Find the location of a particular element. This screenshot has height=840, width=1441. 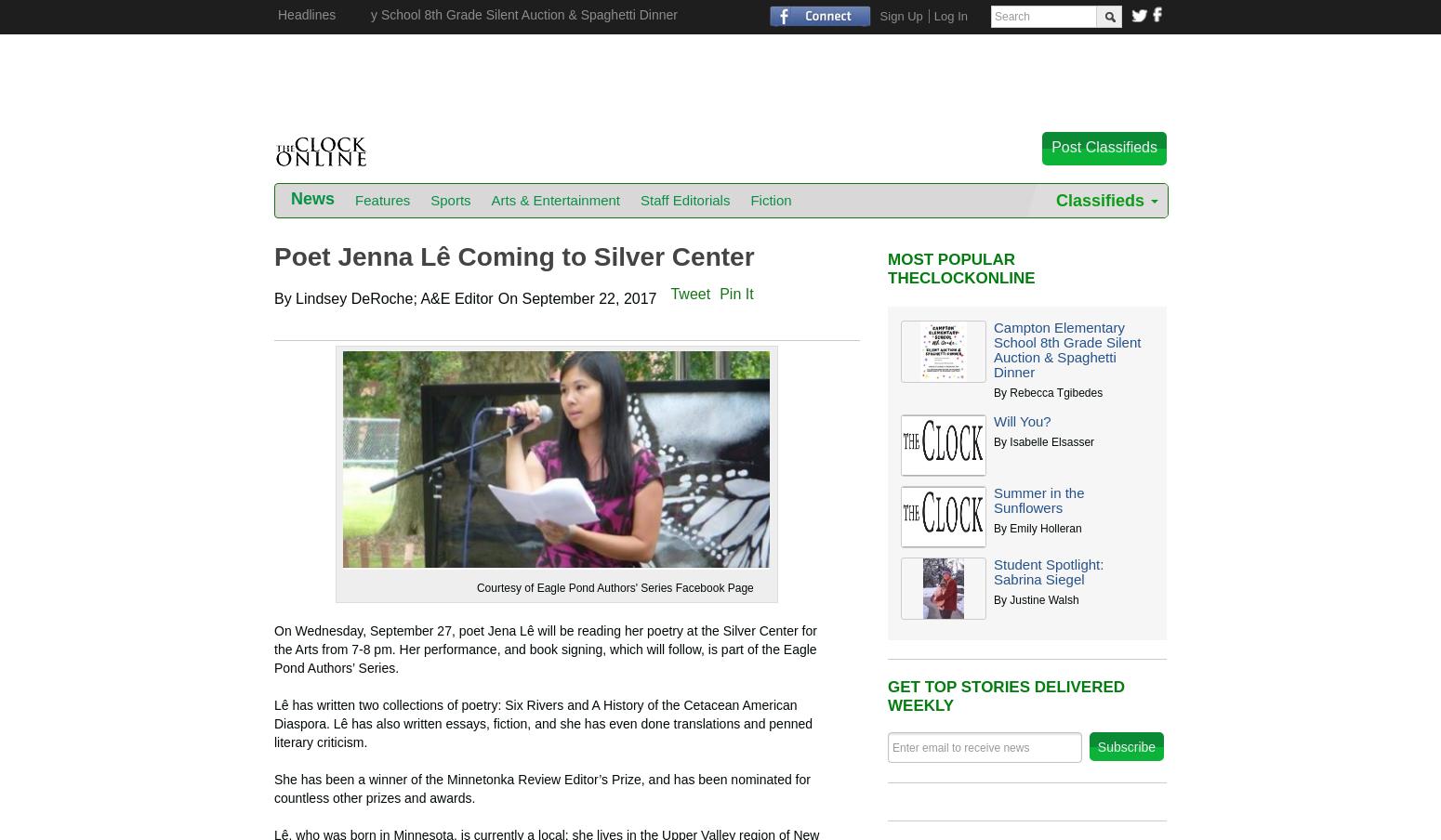

'Sign Up' is located at coordinates (900, 15).